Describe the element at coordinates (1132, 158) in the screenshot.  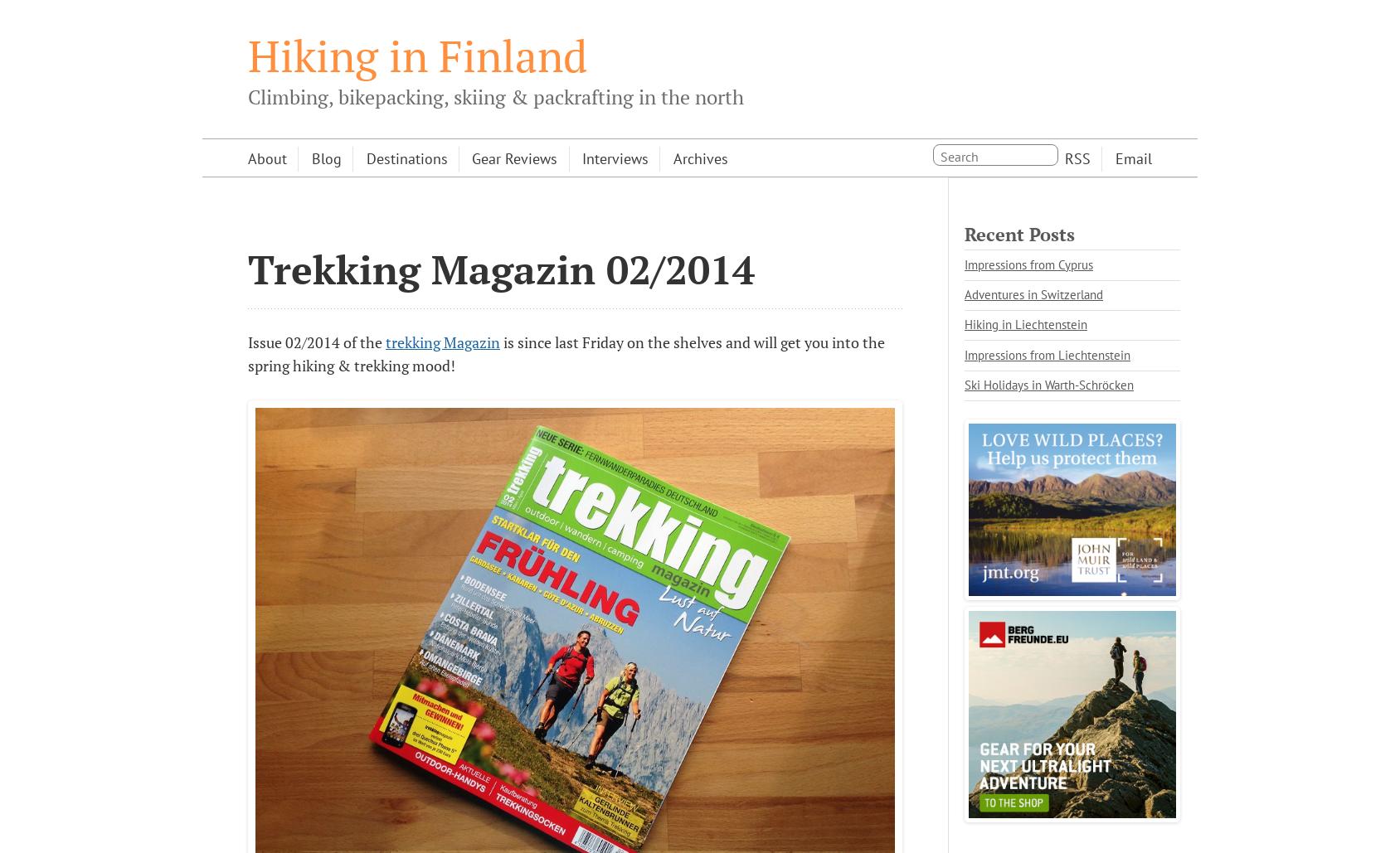
I see `'Email'` at that location.